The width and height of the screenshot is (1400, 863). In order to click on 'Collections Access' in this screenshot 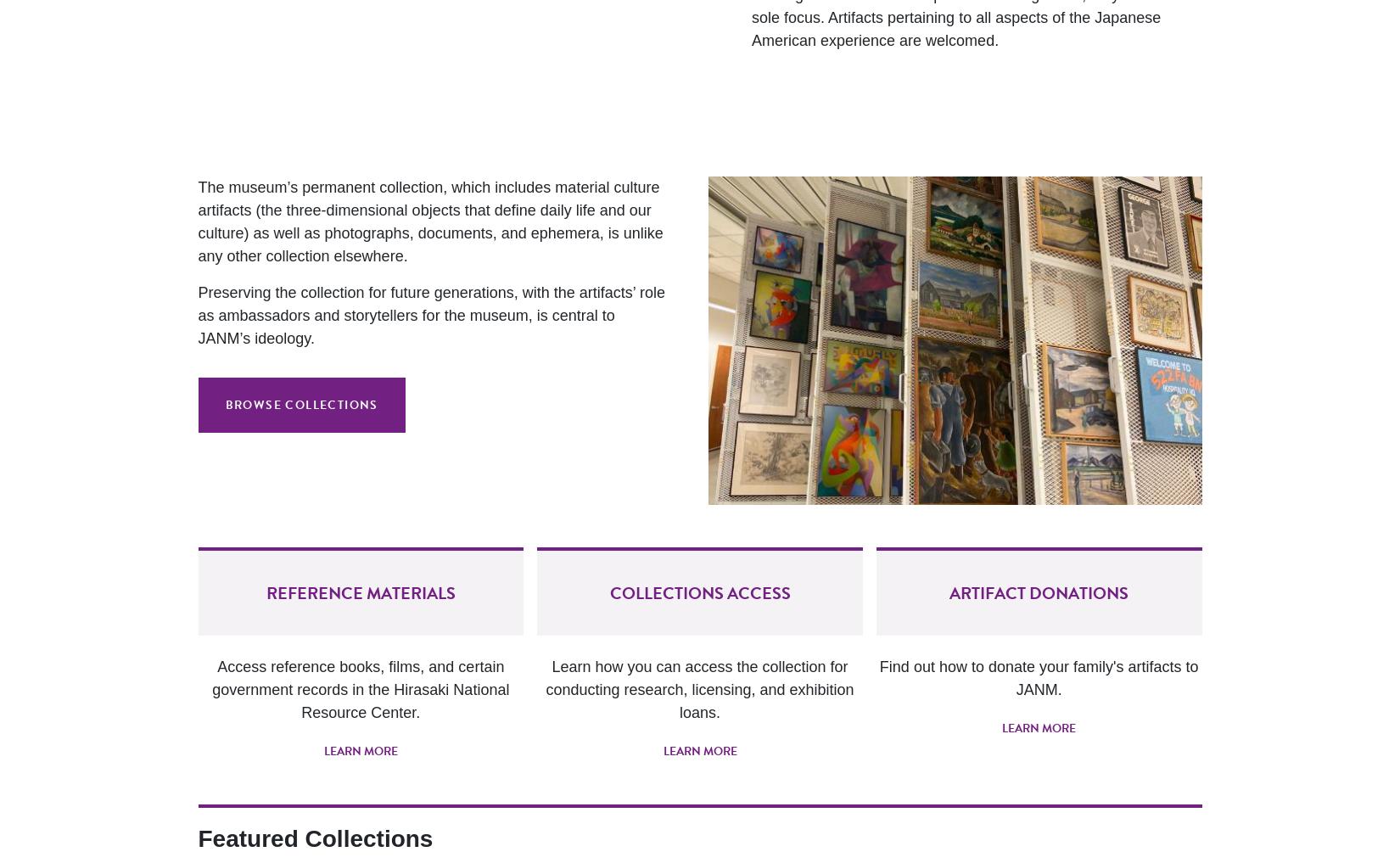, I will do `click(698, 591)`.